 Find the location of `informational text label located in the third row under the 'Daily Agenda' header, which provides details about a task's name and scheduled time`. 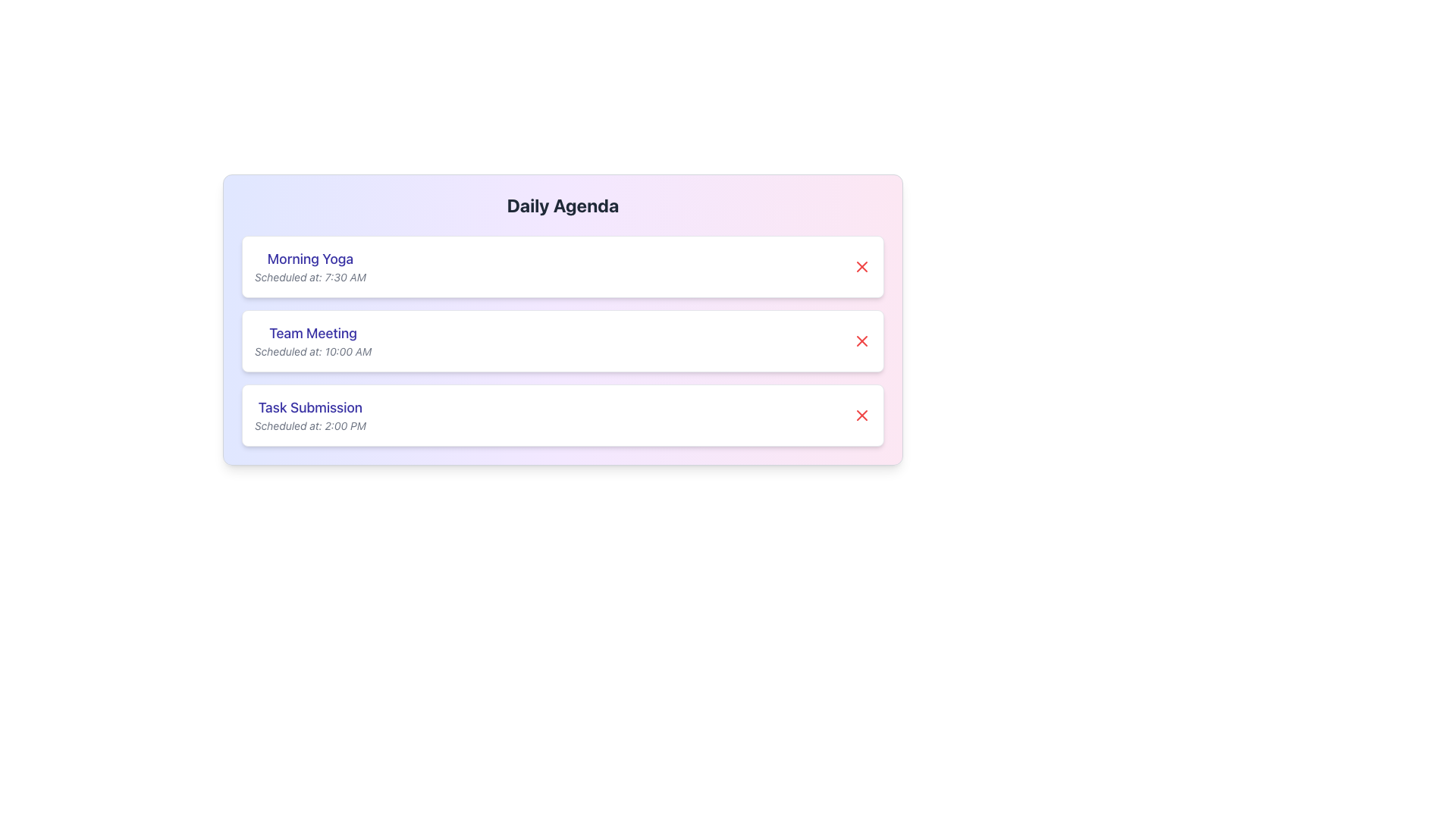

informational text label located in the third row under the 'Daily Agenda' header, which provides details about a task's name and scheduled time is located at coordinates (309, 415).